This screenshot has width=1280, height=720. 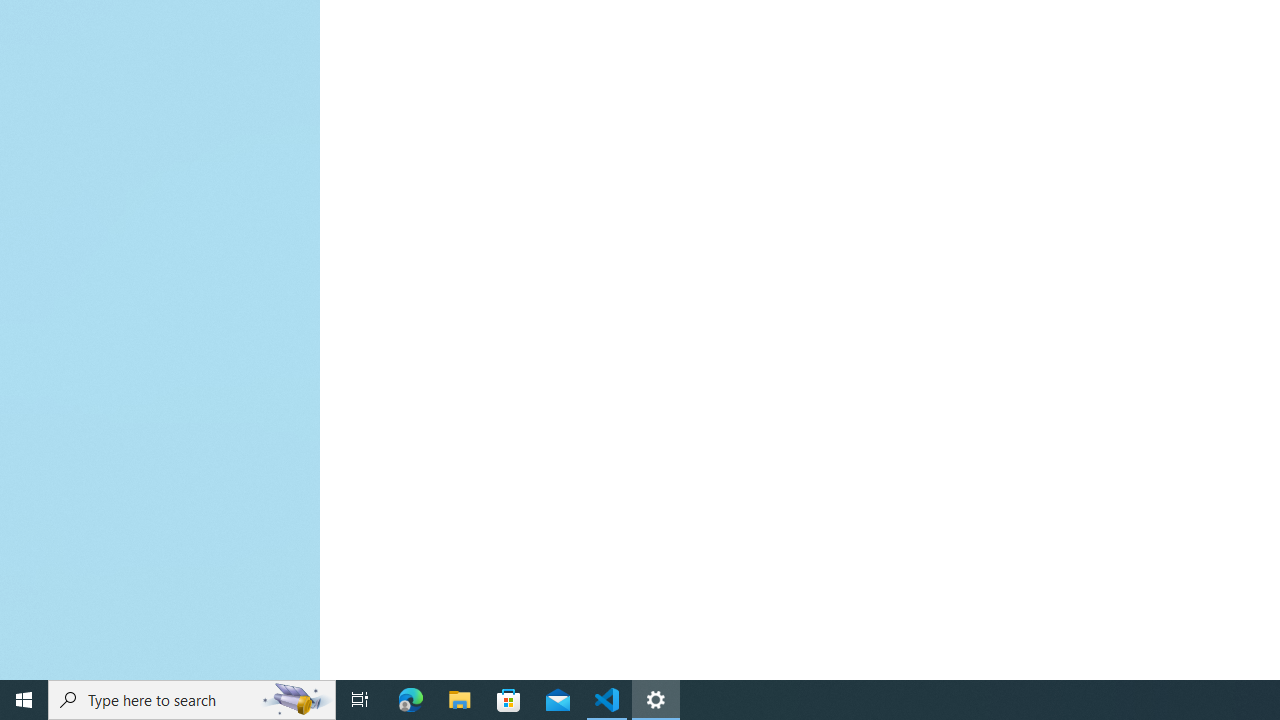 What do you see at coordinates (359, 698) in the screenshot?
I see `'Task View'` at bounding box center [359, 698].